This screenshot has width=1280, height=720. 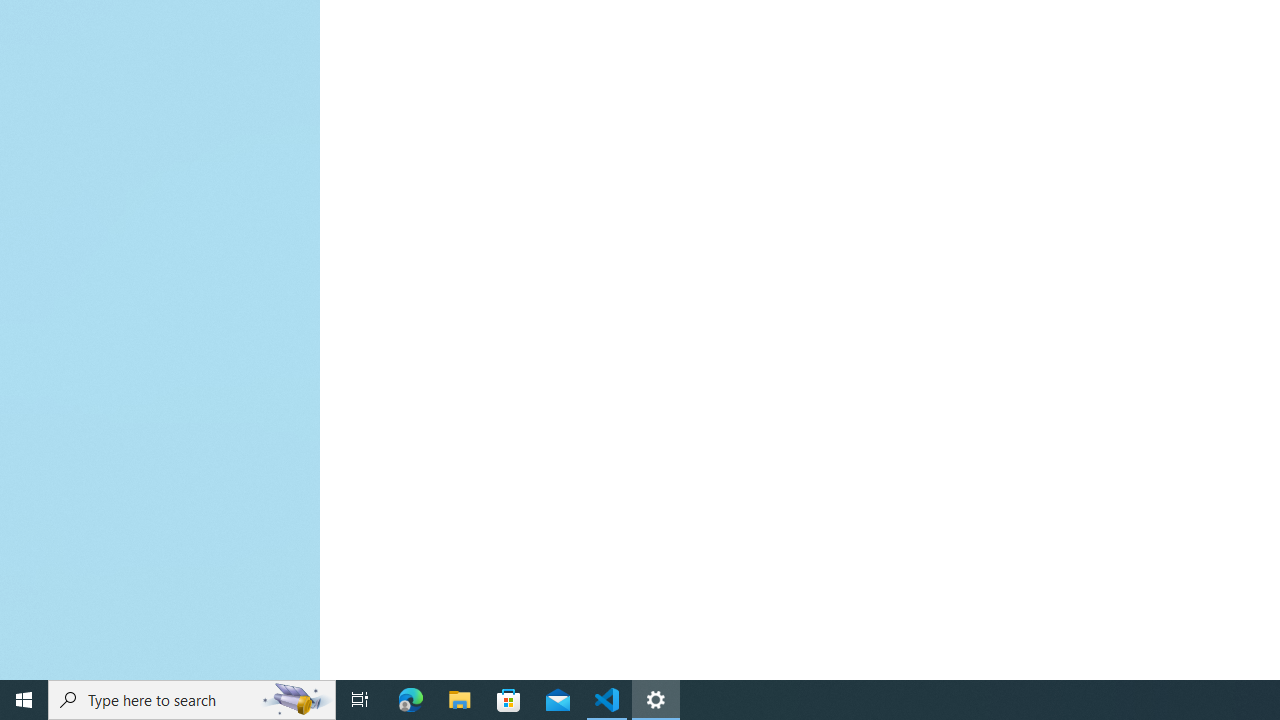 What do you see at coordinates (359, 698) in the screenshot?
I see `'Task View'` at bounding box center [359, 698].